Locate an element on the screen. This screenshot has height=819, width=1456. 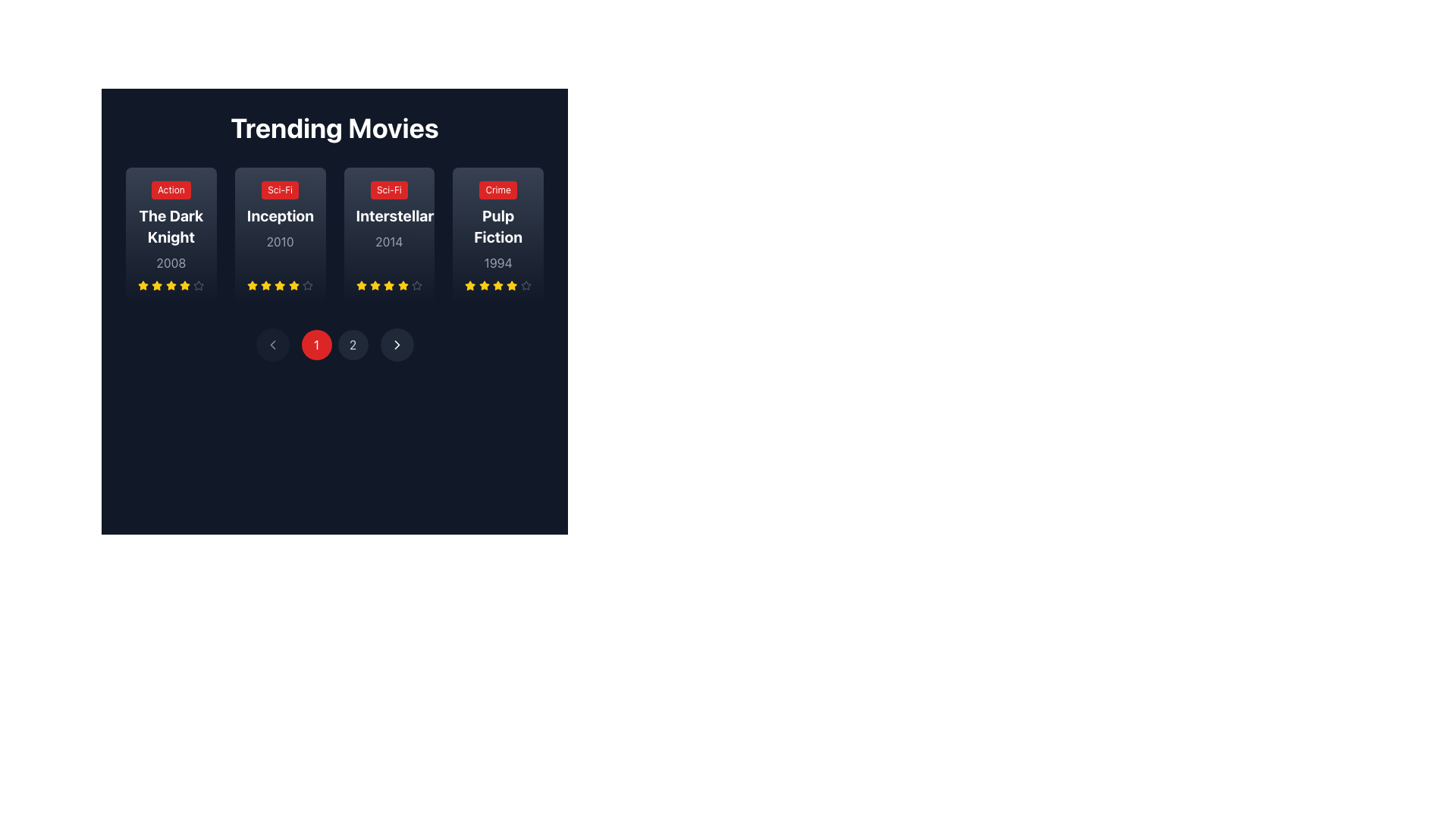
the title label of the movie entry located in the second card from the left, positioned below a red 'Sci-Fi' badge and above a gray '2010' label is located at coordinates (280, 216).